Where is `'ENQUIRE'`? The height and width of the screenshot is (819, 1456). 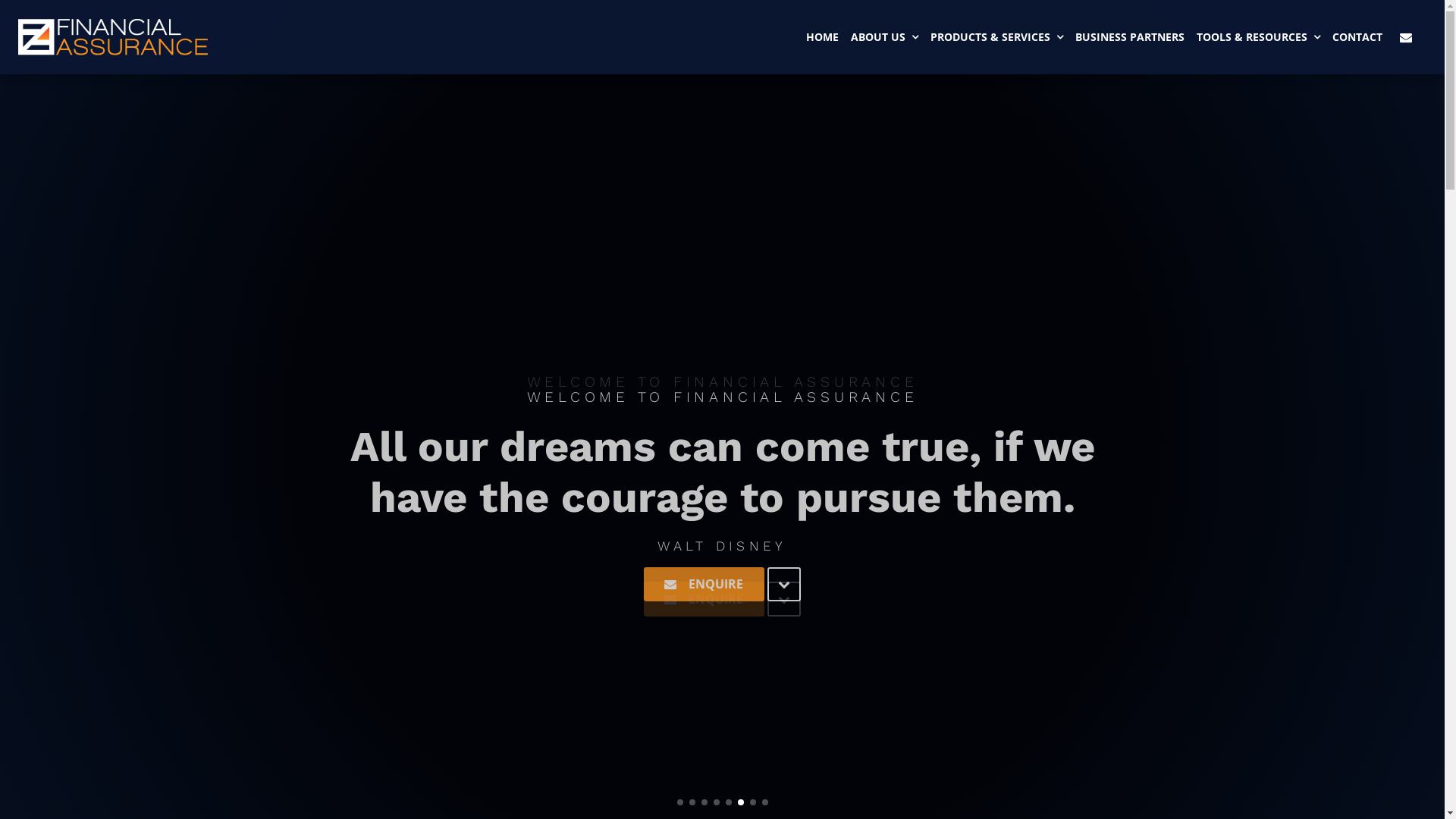
'ENQUIRE' is located at coordinates (702, 573).